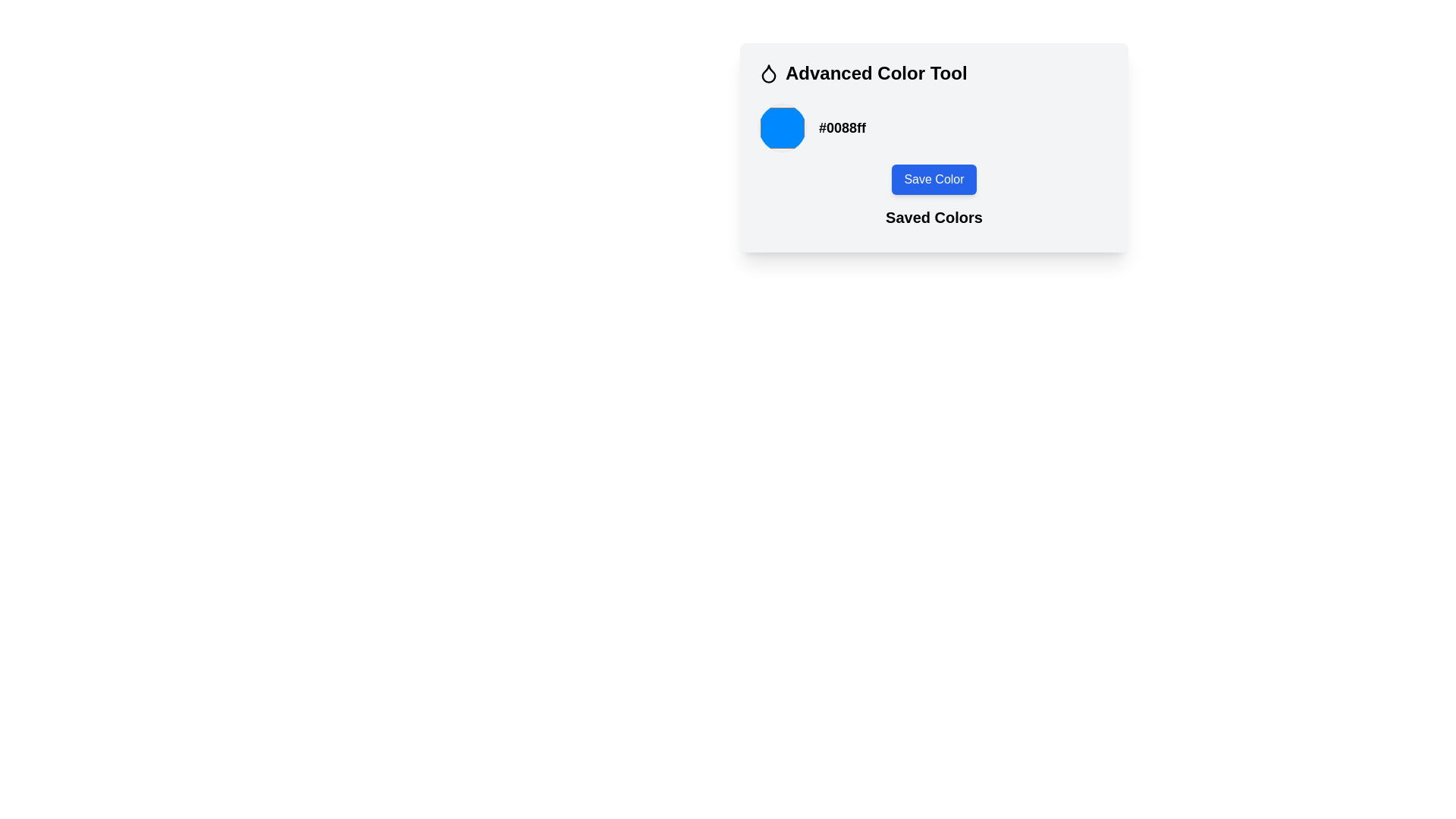  Describe the element at coordinates (783, 127) in the screenshot. I see `the octagonal blue button located at the top left corner of the 'Advanced Color Tool' control panel` at that location.